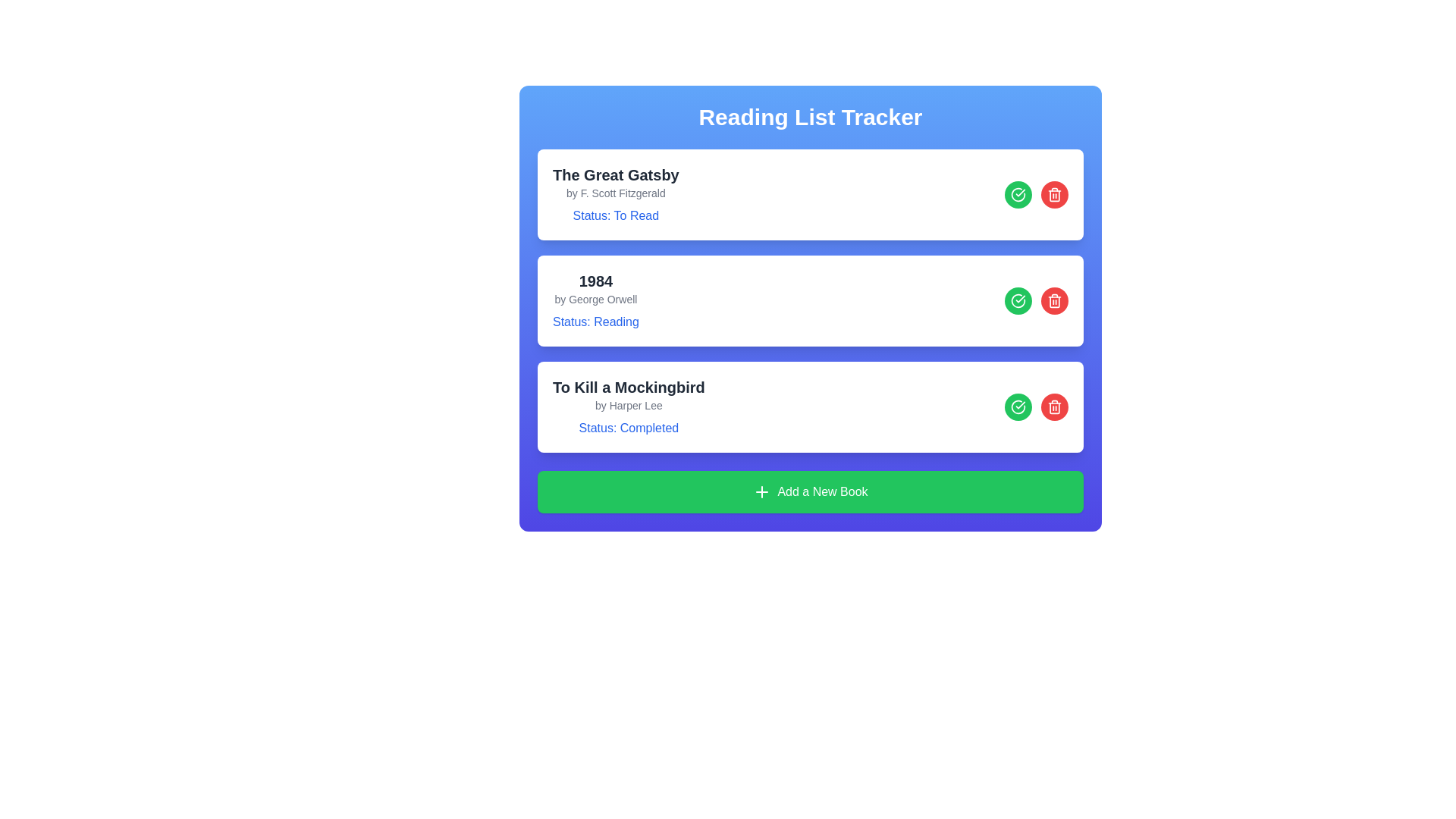 Image resolution: width=1456 pixels, height=819 pixels. Describe the element at coordinates (1018, 194) in the screenshot. I see `the second green circular icon with a white checkmark, which is located in the middle entry of a three-item list, specifically to the right of the '1984' entry by George Orwell` at that location.